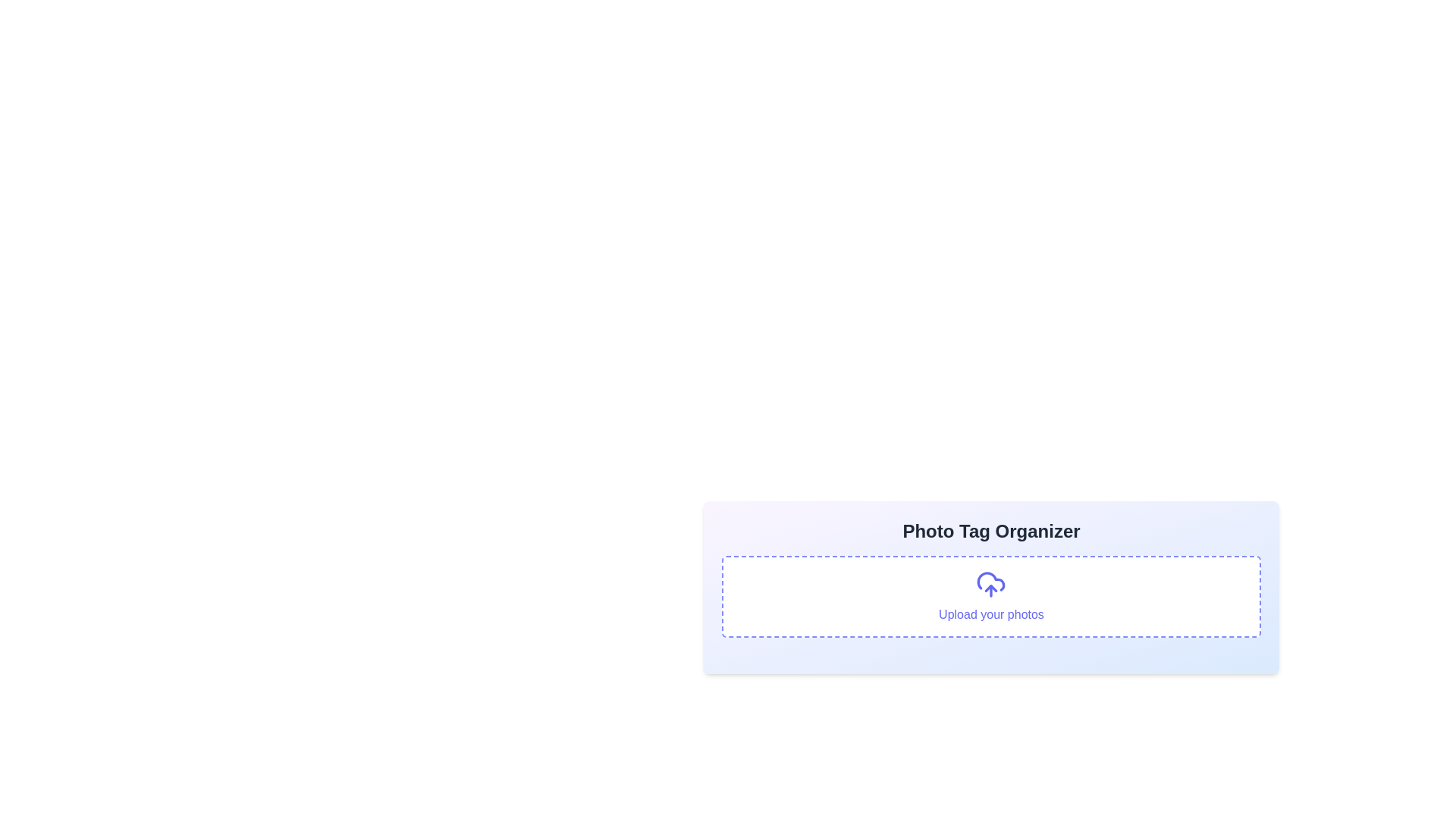 The image size is (1456, 819). I want to click on the cloud upload SVG icon, so click(991, 584).